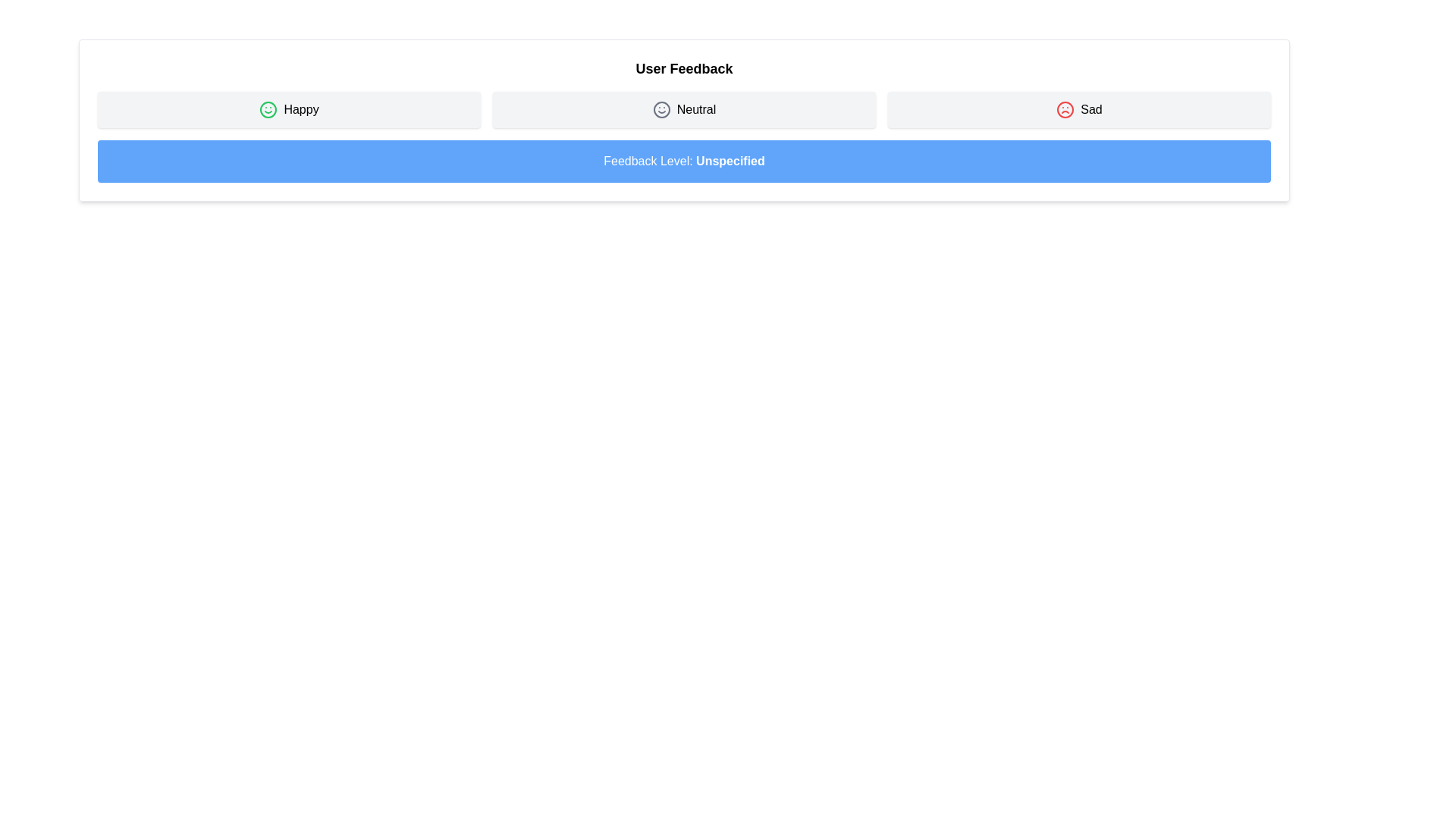 This screenshot has width=1456, height=819. What do you see at coordinates (289, 109) in the screenshot?
I see `the 'Happy' button, which is a rectangular button with a green smiley icon and the label 'Happy' in bold font` at bounding box center [289, 109].